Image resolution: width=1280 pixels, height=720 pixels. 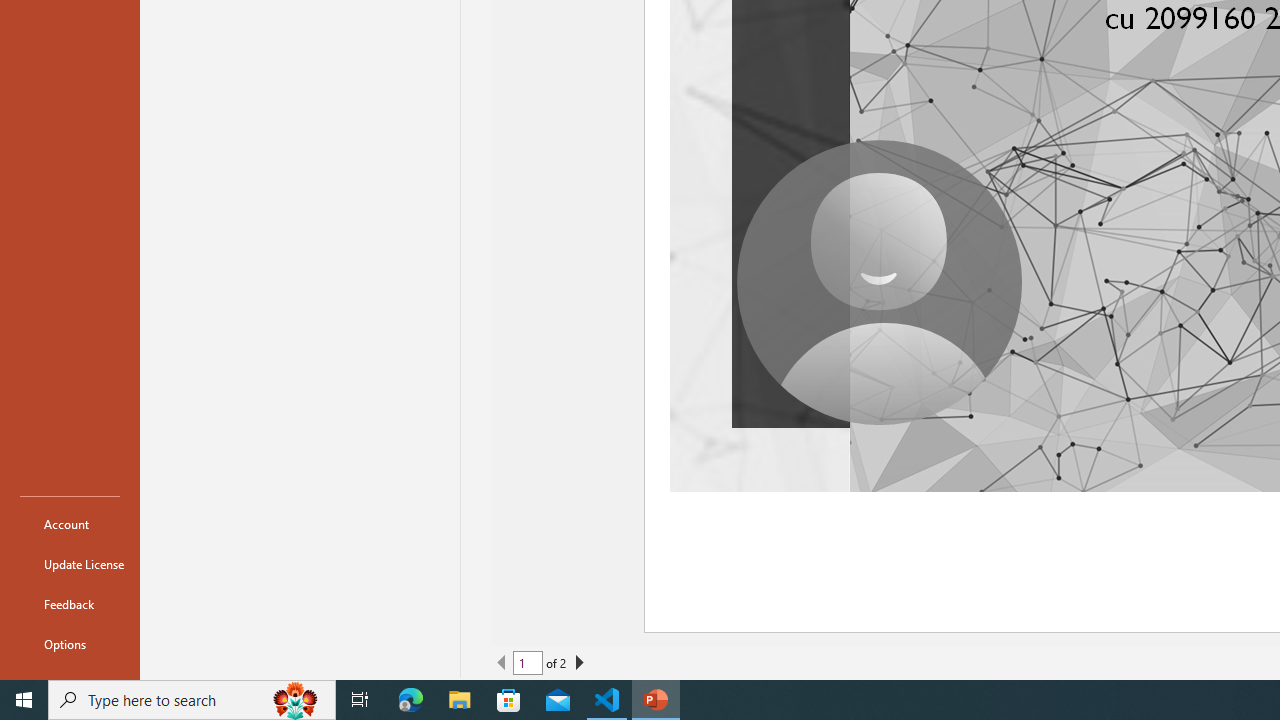 I want to click on 'Feedback', so click(x=69, y=603).